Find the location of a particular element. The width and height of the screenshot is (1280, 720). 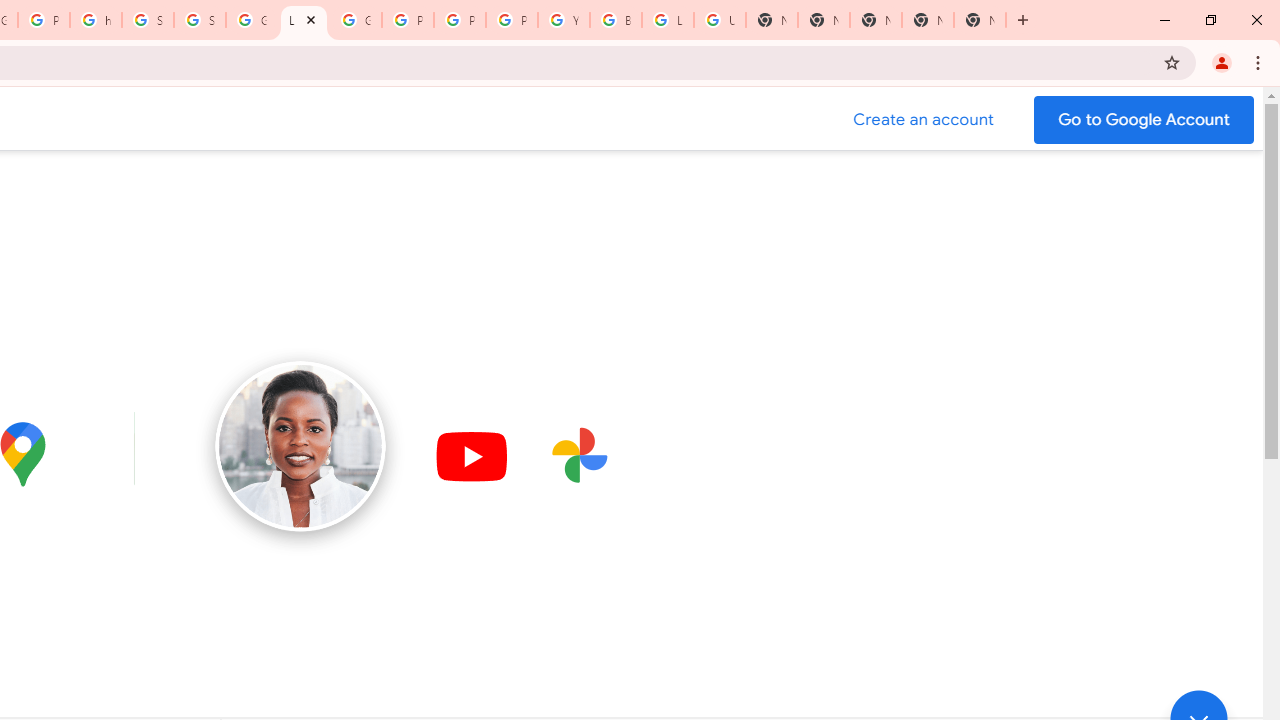

'Privacy Help Center - Policies Help' is located at coordinates (459, 20).